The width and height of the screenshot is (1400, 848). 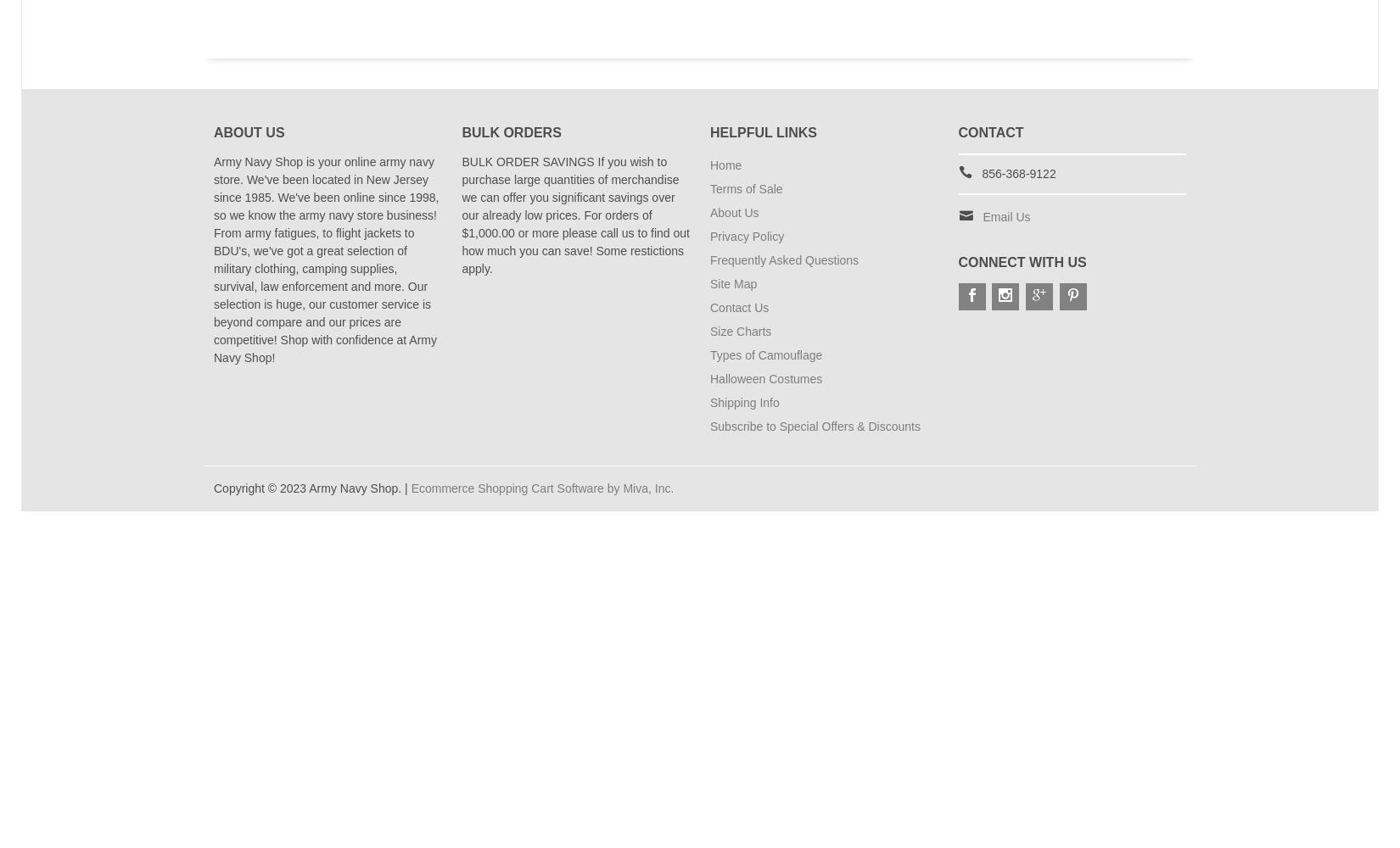 What do you see at coordinates (541, 487) in the screenshot?
I see `'Ecommerce Shopping Cart Software by Miva, Inc.'` at bounding box center [541, 487].